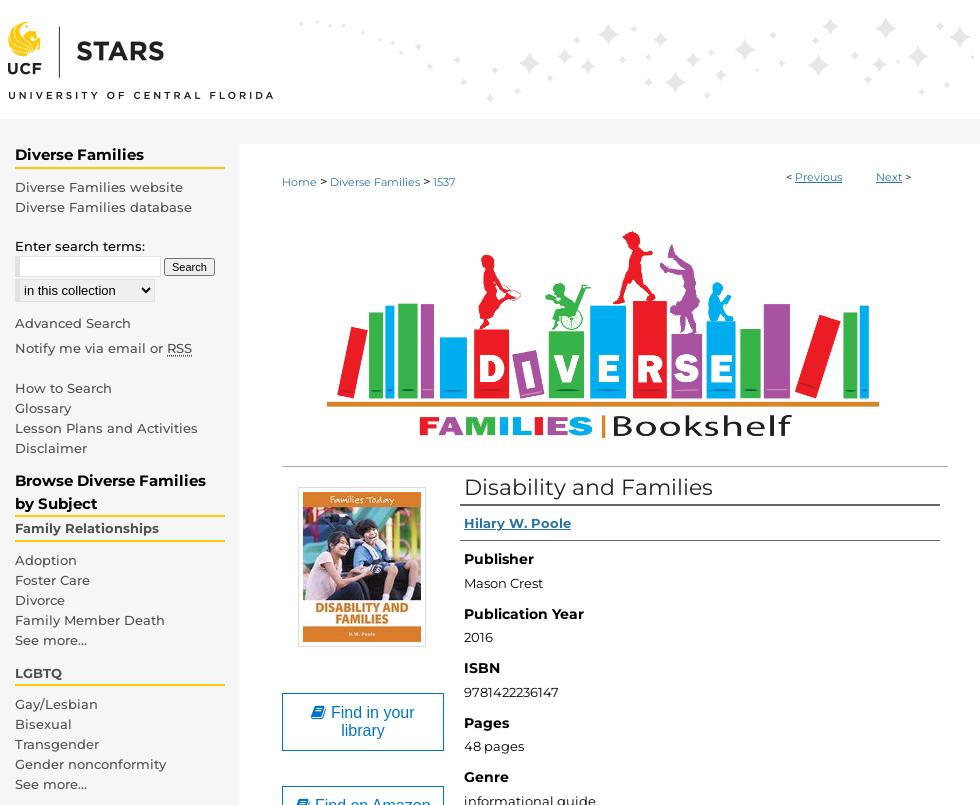 This screenshot has height=805, width=980. Describe the element at coordinates (110, 491) in the screenshot. I see `'Browse Diverse Families by Subject'` at that location.